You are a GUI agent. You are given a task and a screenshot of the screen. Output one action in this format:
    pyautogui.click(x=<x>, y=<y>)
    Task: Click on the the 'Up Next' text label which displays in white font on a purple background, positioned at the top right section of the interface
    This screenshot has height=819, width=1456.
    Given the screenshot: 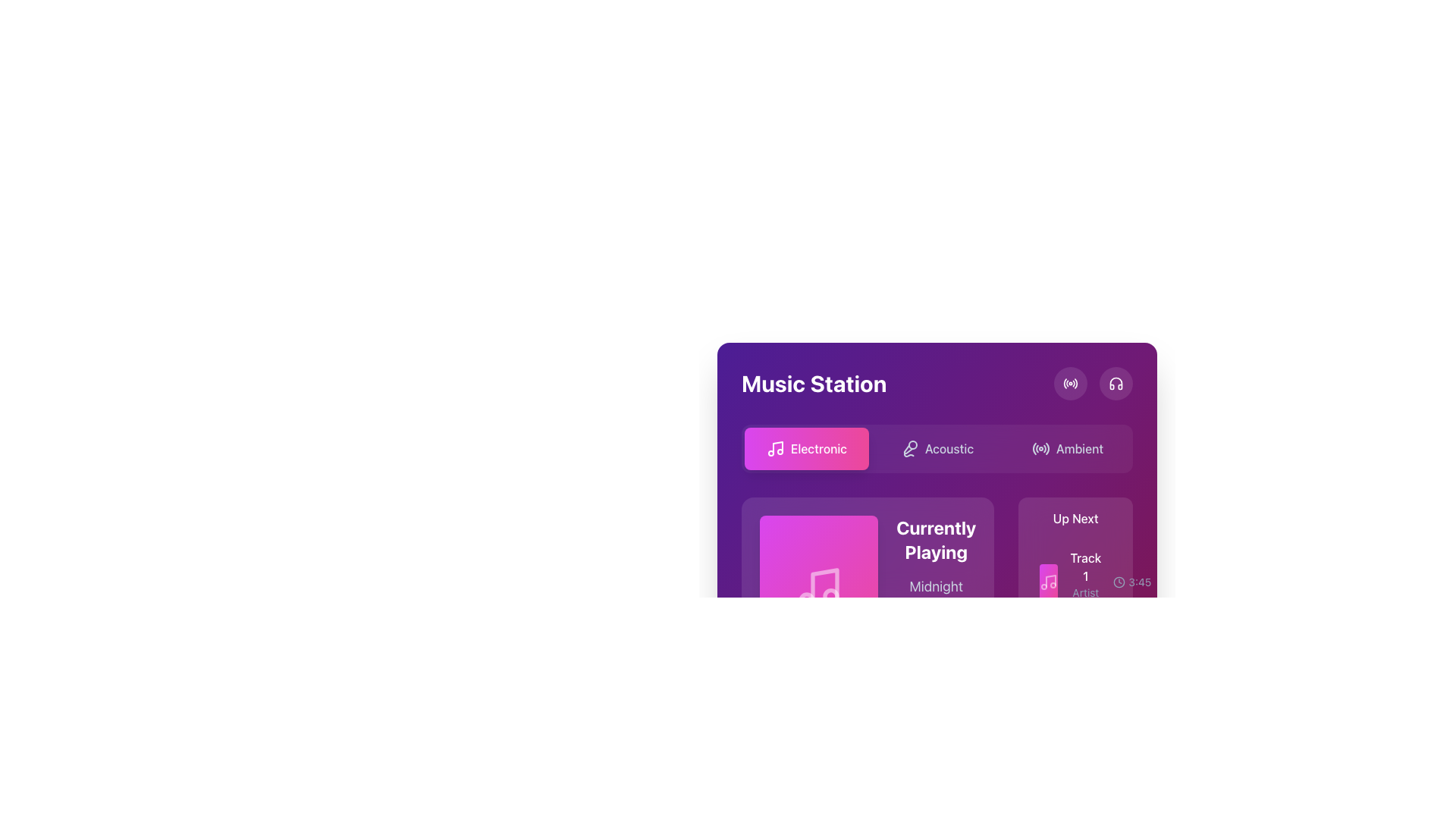 What is the action you would take?
    pyautogui.click(x=1075, y=517)
    